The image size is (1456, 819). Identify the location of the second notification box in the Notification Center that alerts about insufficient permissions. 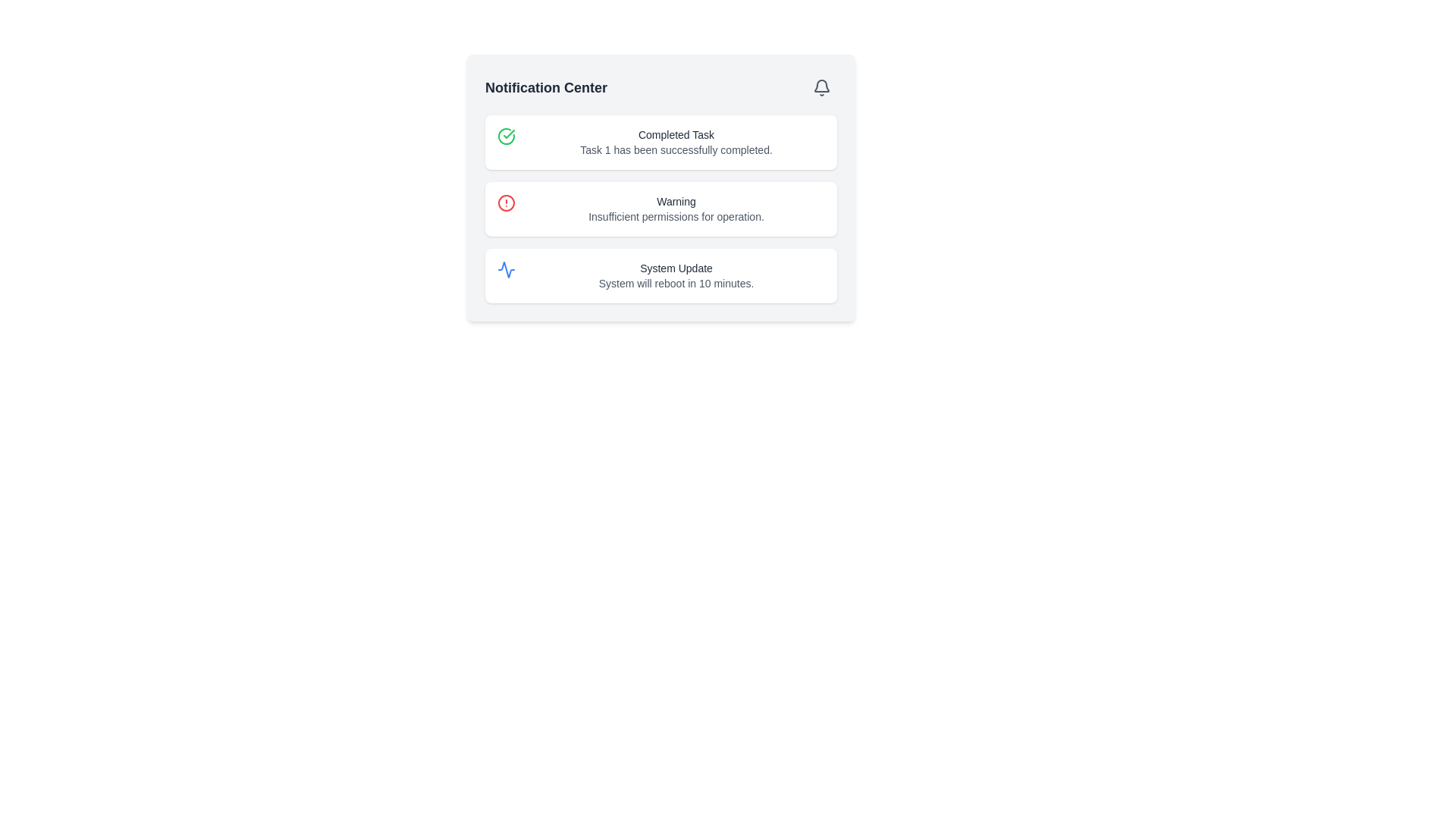
(661, 209).